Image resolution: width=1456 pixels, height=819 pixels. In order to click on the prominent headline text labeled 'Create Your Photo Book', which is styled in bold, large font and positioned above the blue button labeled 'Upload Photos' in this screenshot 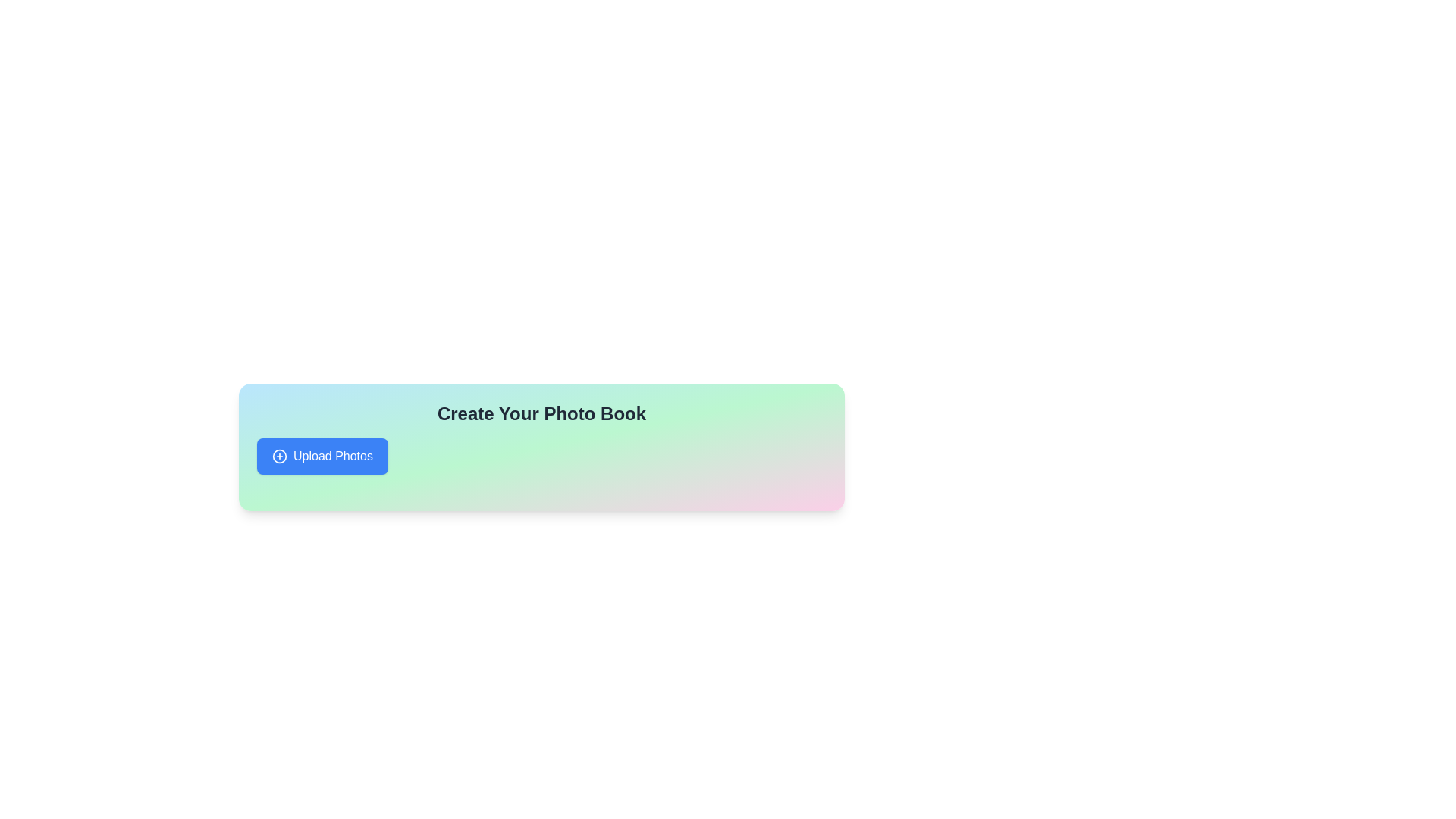, I will do `click(541, 414)`.